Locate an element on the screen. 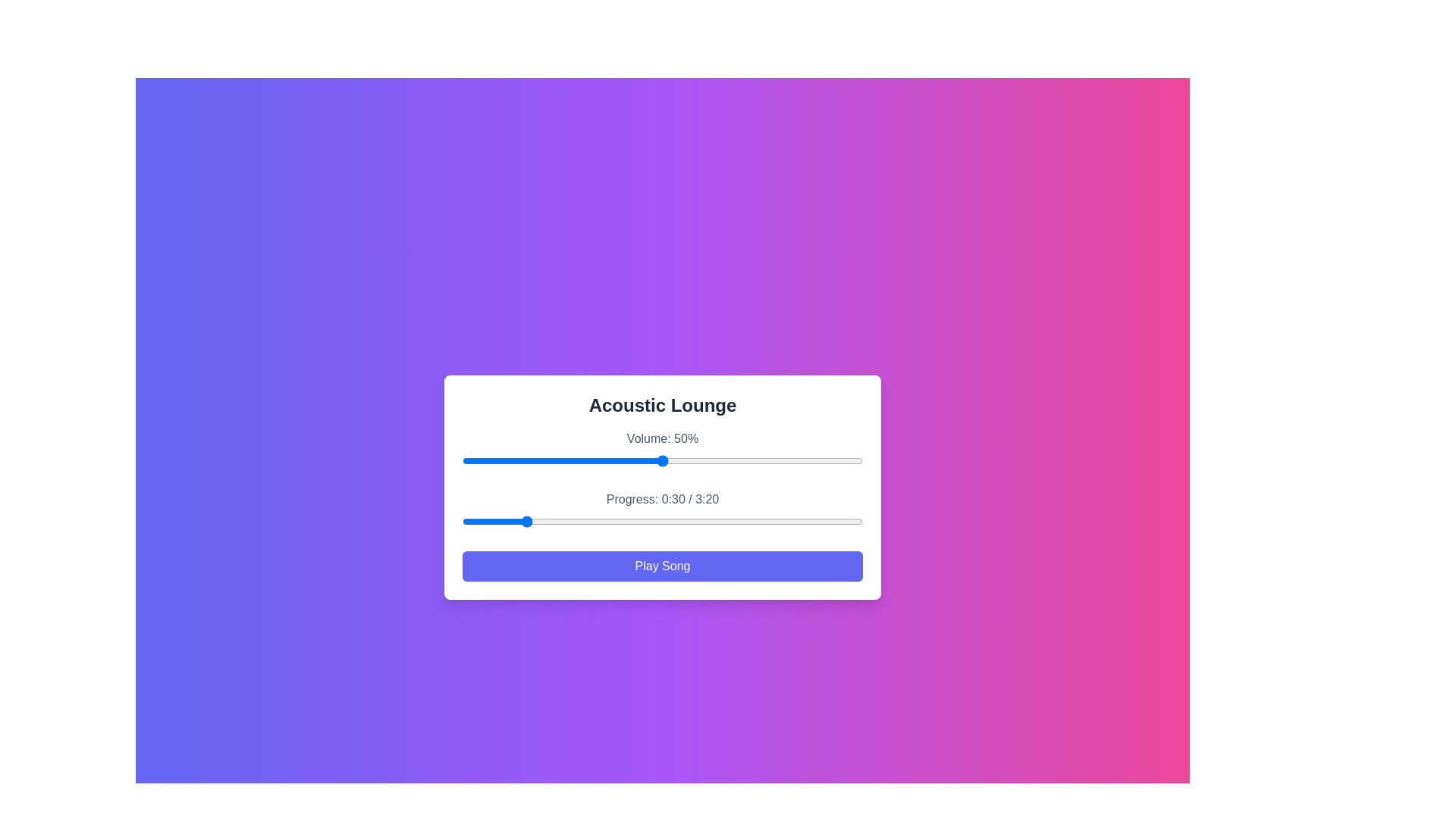 The height and width of the screenshot is (819, 1456). the volume to 87% by interacting with the slider is located at coordinates (810, 460).